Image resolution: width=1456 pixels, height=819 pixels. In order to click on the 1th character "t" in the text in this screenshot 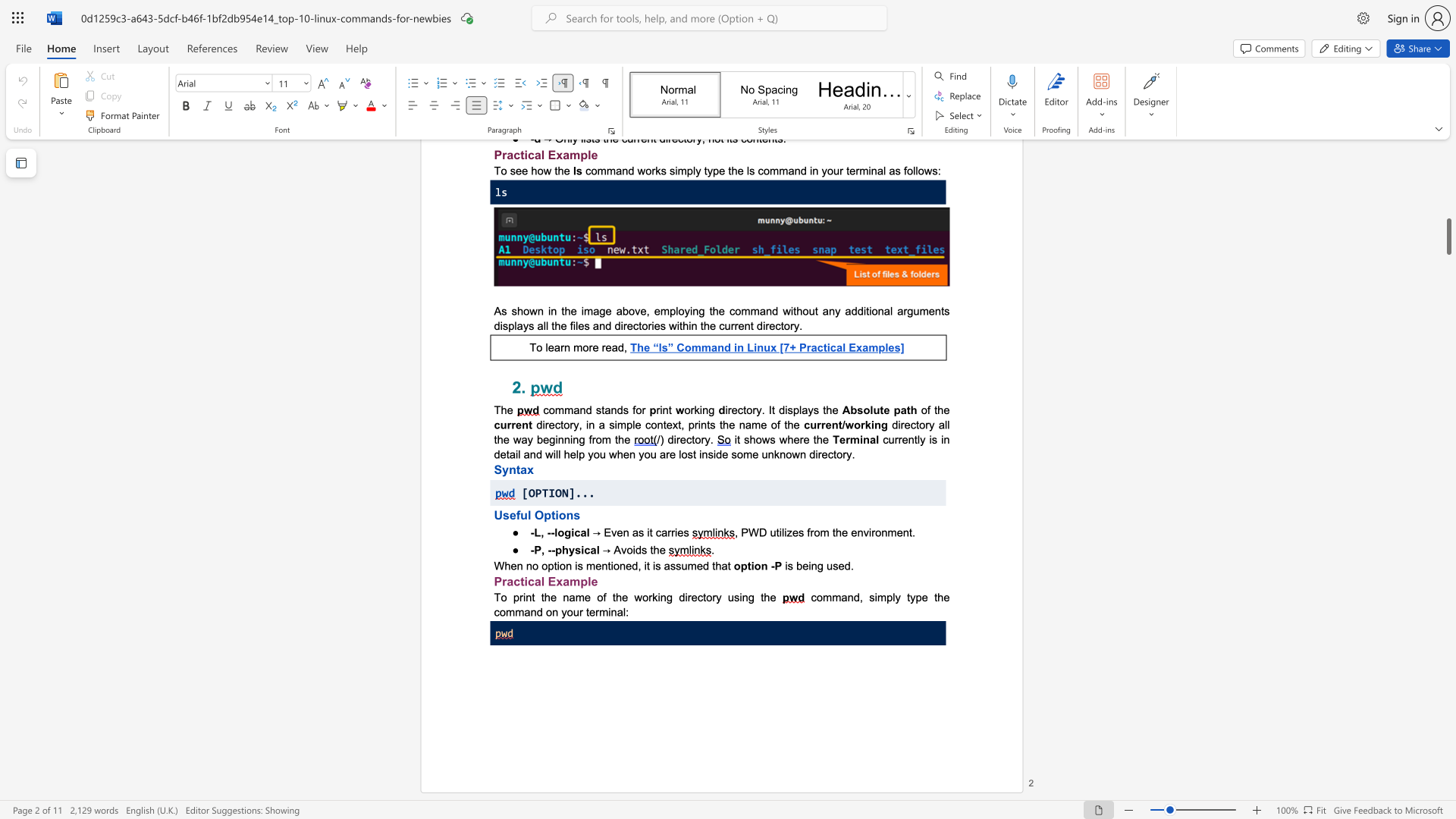, I will do `click(552, 514)`.